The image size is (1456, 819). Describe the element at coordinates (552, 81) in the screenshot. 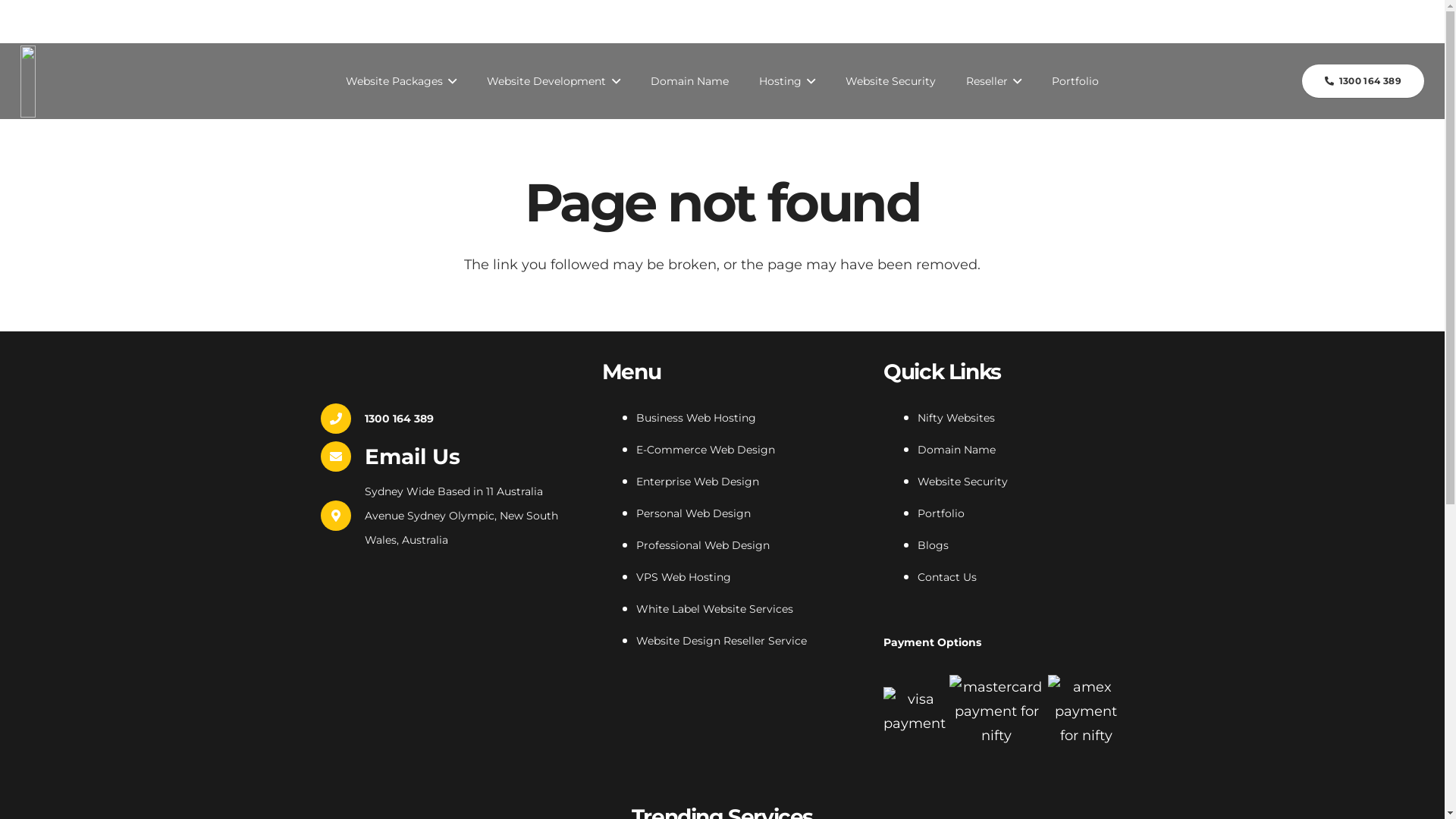

I see `'Website Development'` at that location.